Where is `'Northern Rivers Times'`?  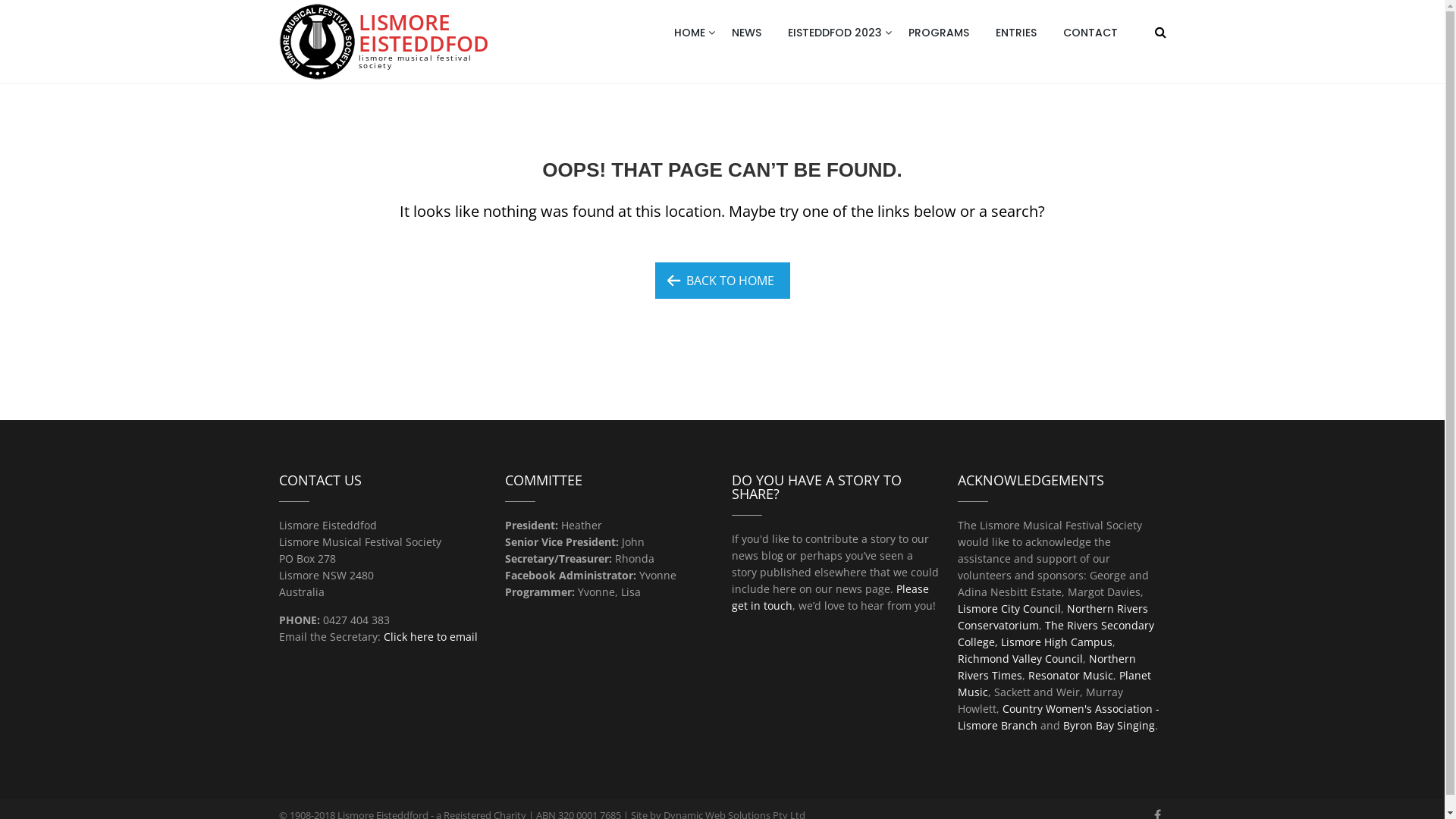
'Northern Rivers Times' is located at coordinates (1046, 666).